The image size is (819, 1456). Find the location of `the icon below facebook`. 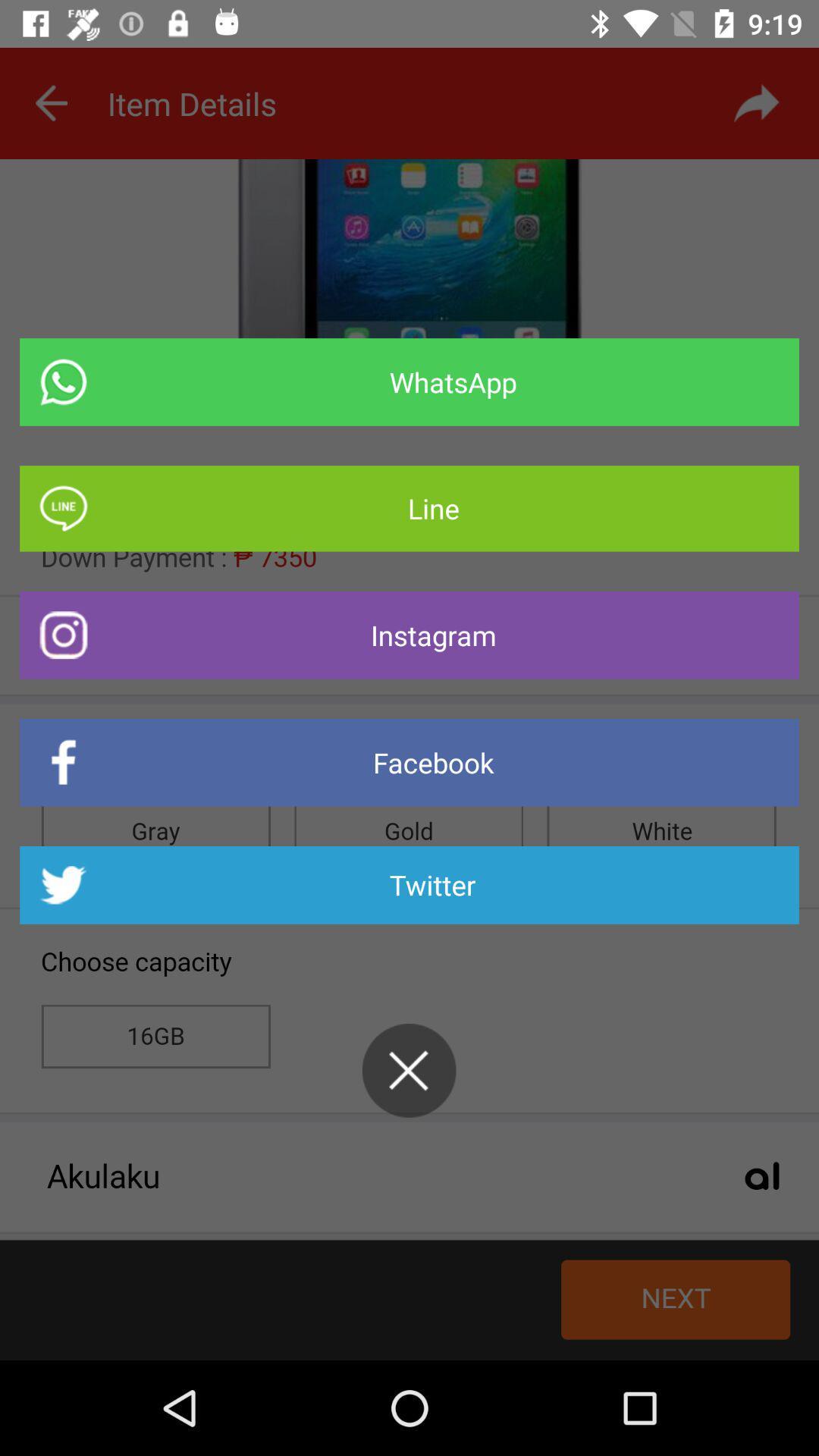

the icon below facebook is located at coordinates (409, 885).